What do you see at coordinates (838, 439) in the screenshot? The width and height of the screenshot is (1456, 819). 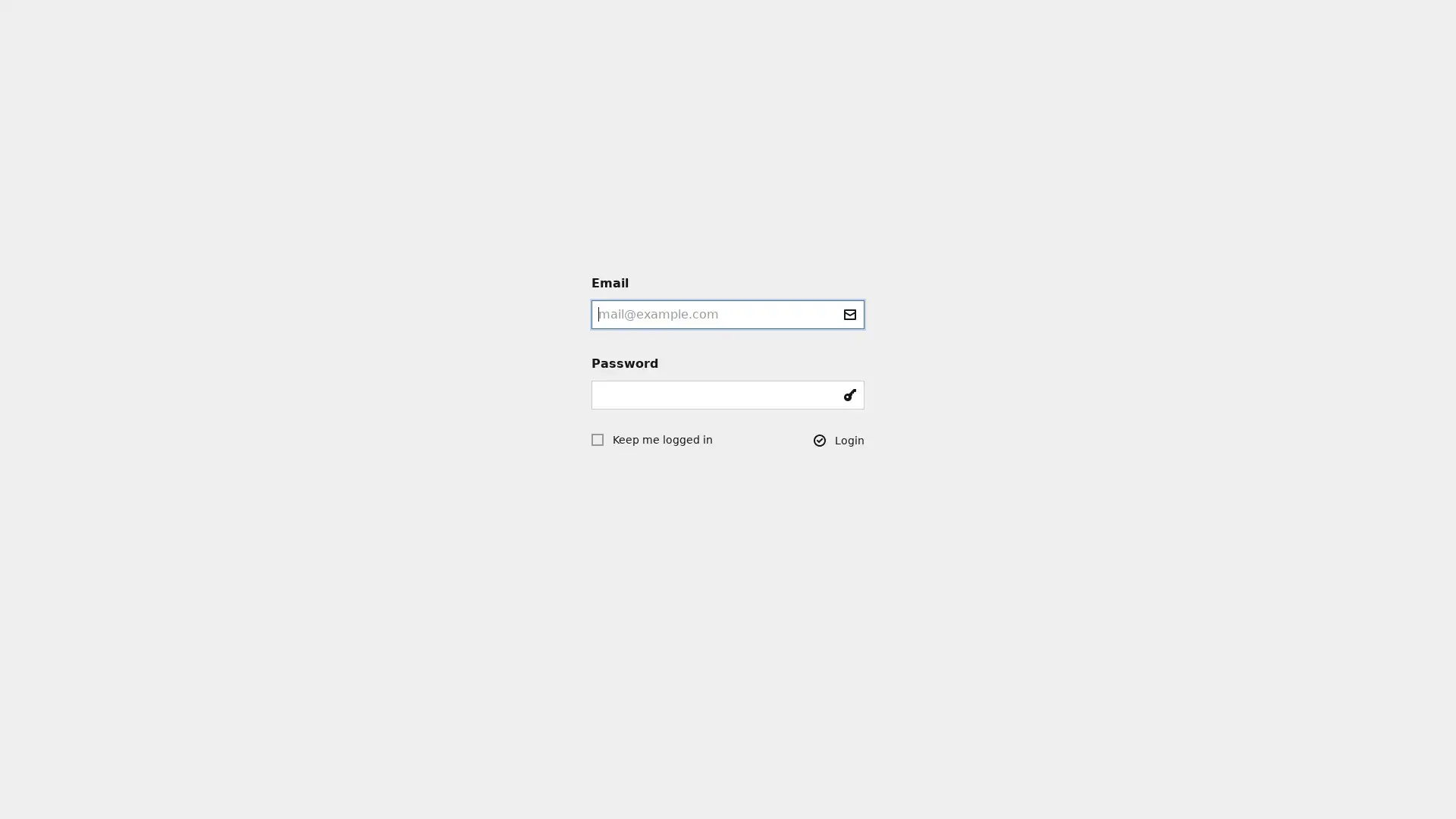 I see `Login` at bounding box center [838, 439].